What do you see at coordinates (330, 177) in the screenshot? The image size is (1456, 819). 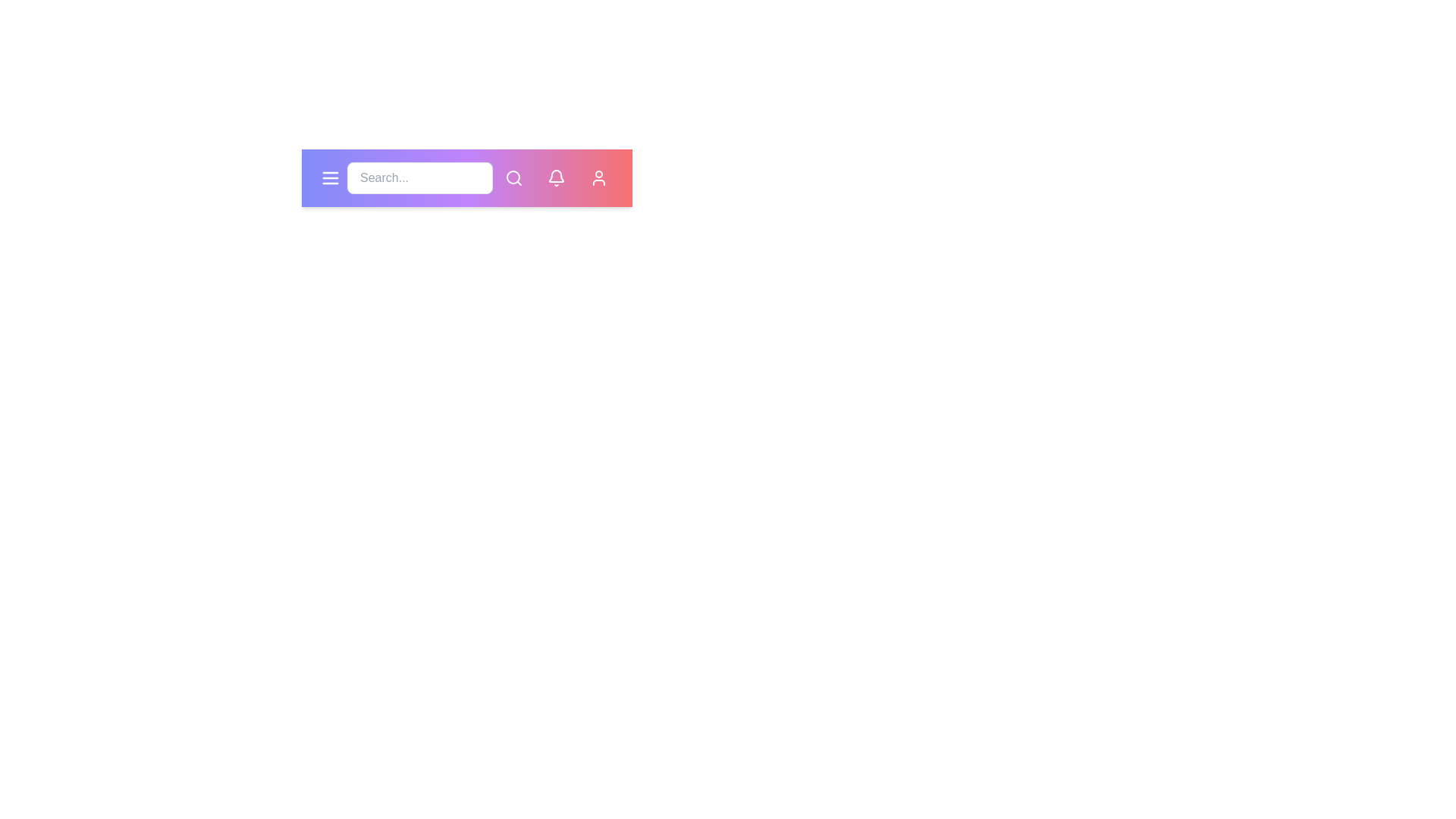 I see `the menu button to open the menu` at bounding box center [330, 177].